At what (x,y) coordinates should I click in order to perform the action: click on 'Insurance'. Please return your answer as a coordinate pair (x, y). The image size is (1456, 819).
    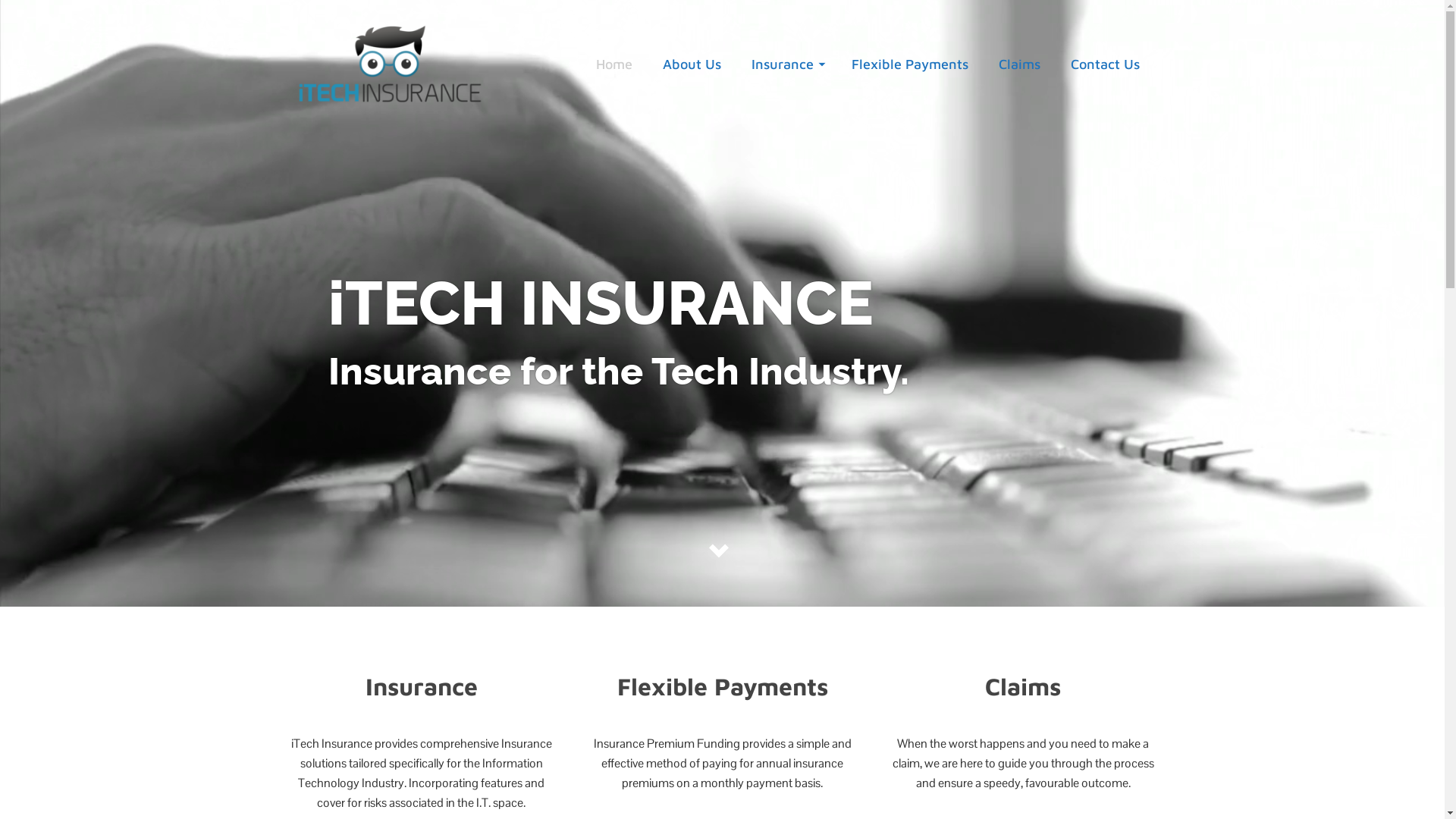
    Looking at the image, I should click on (786, 63).